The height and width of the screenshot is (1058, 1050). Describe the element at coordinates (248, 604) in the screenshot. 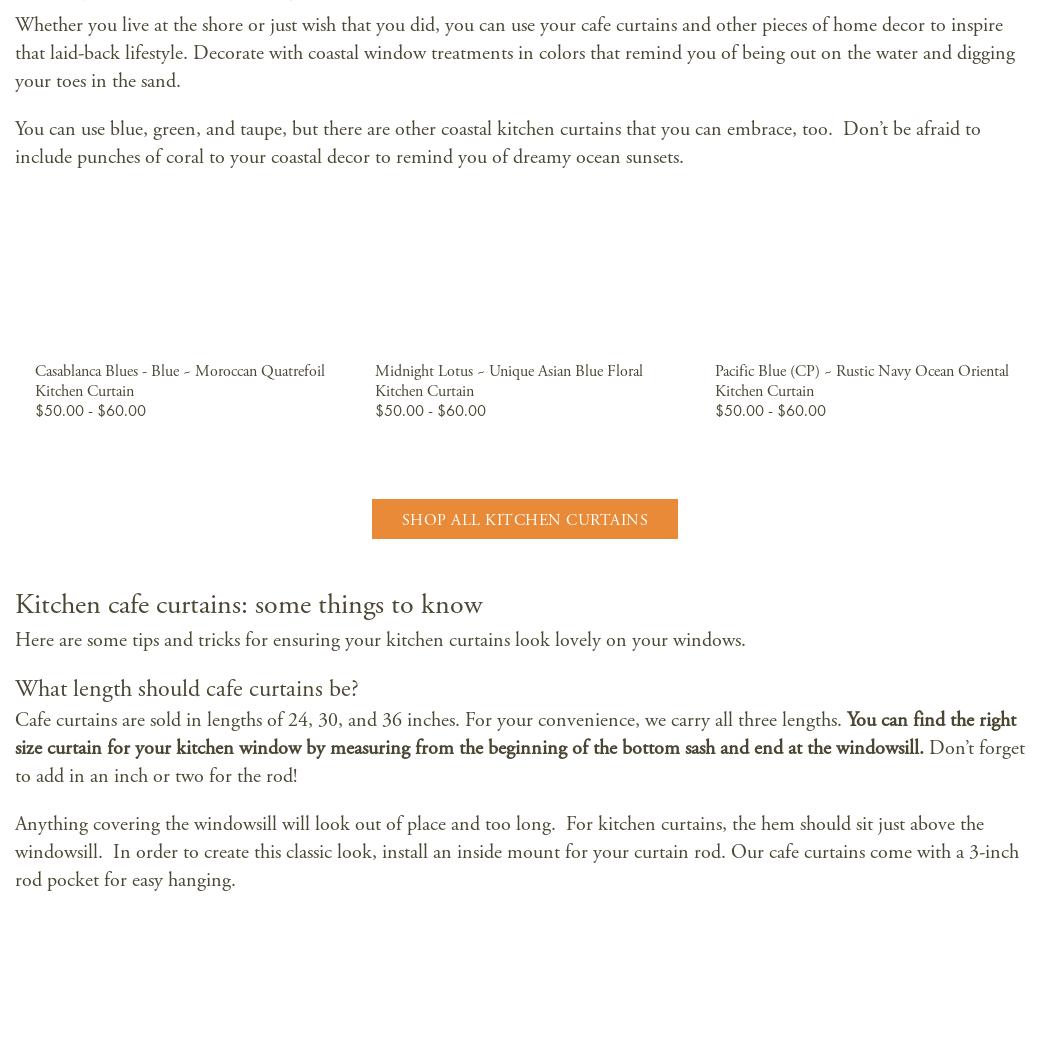

I see `'Kitchen cafe curtains: some things to know'` at that location.